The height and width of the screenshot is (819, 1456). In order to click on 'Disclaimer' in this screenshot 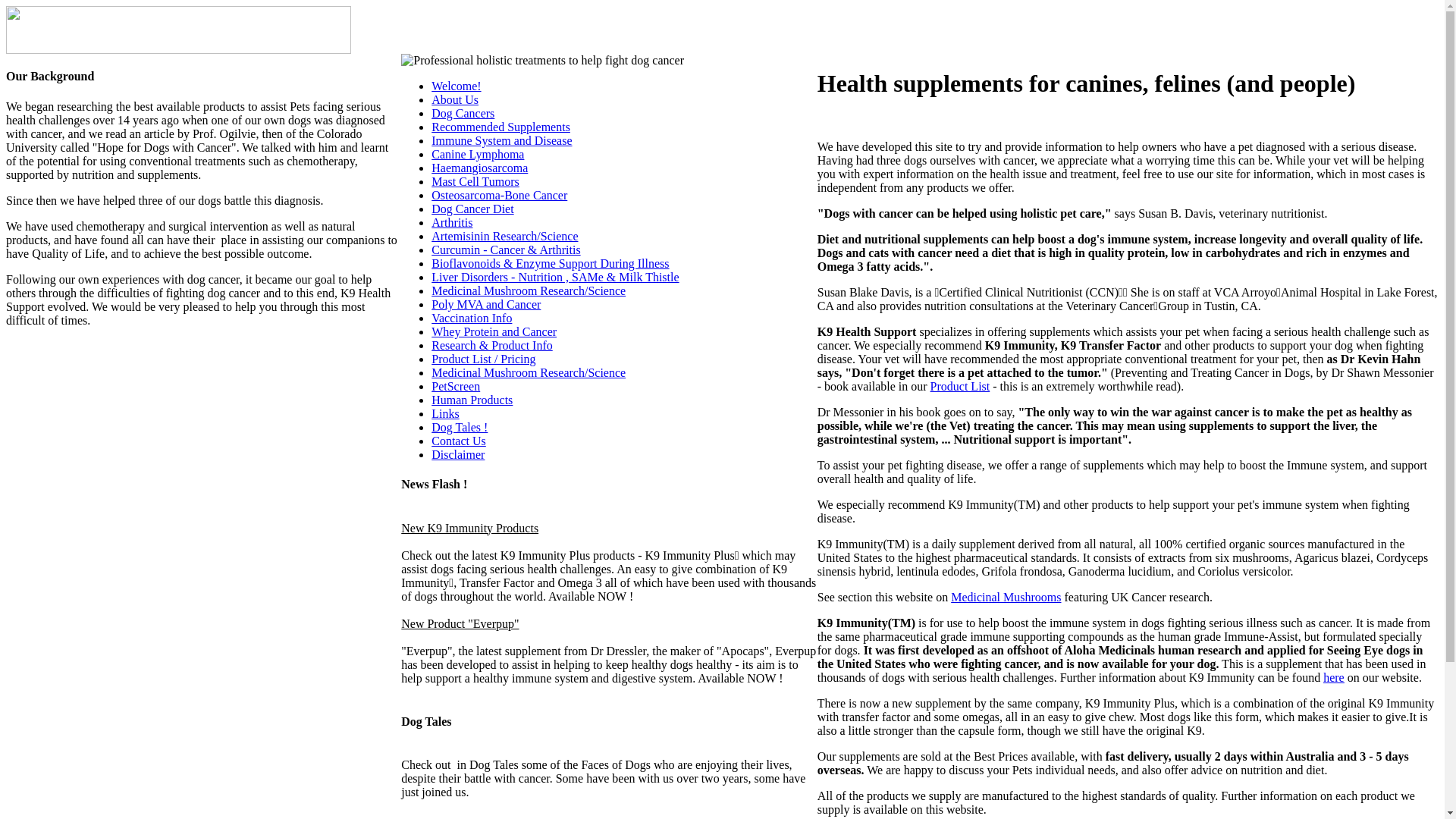, I will do `click(457, 453)`.